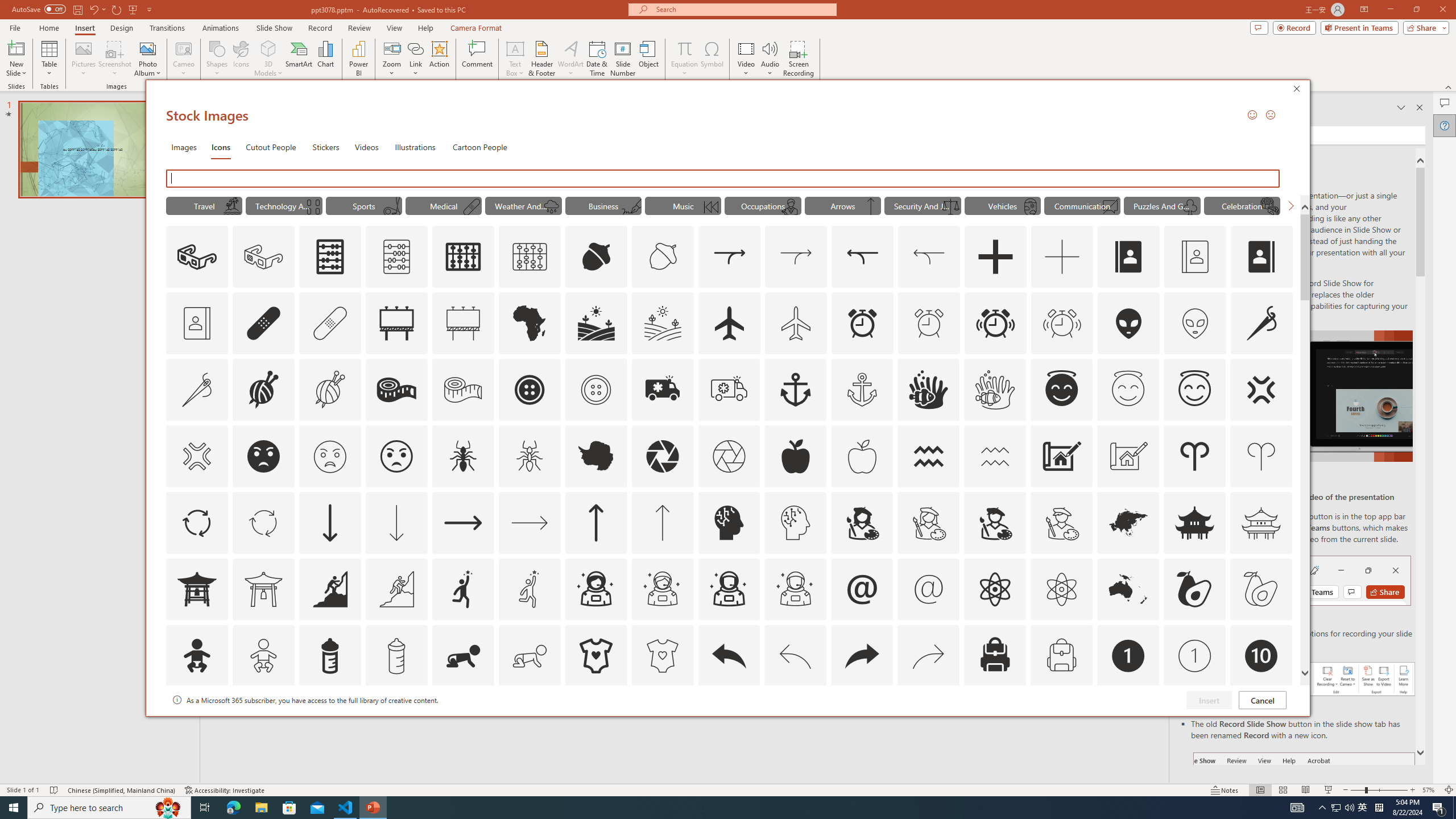 This screenshot has height=819, width=1456. I want to click on 'AutomationID: Icons_Back_LTR', so click(729, 655).